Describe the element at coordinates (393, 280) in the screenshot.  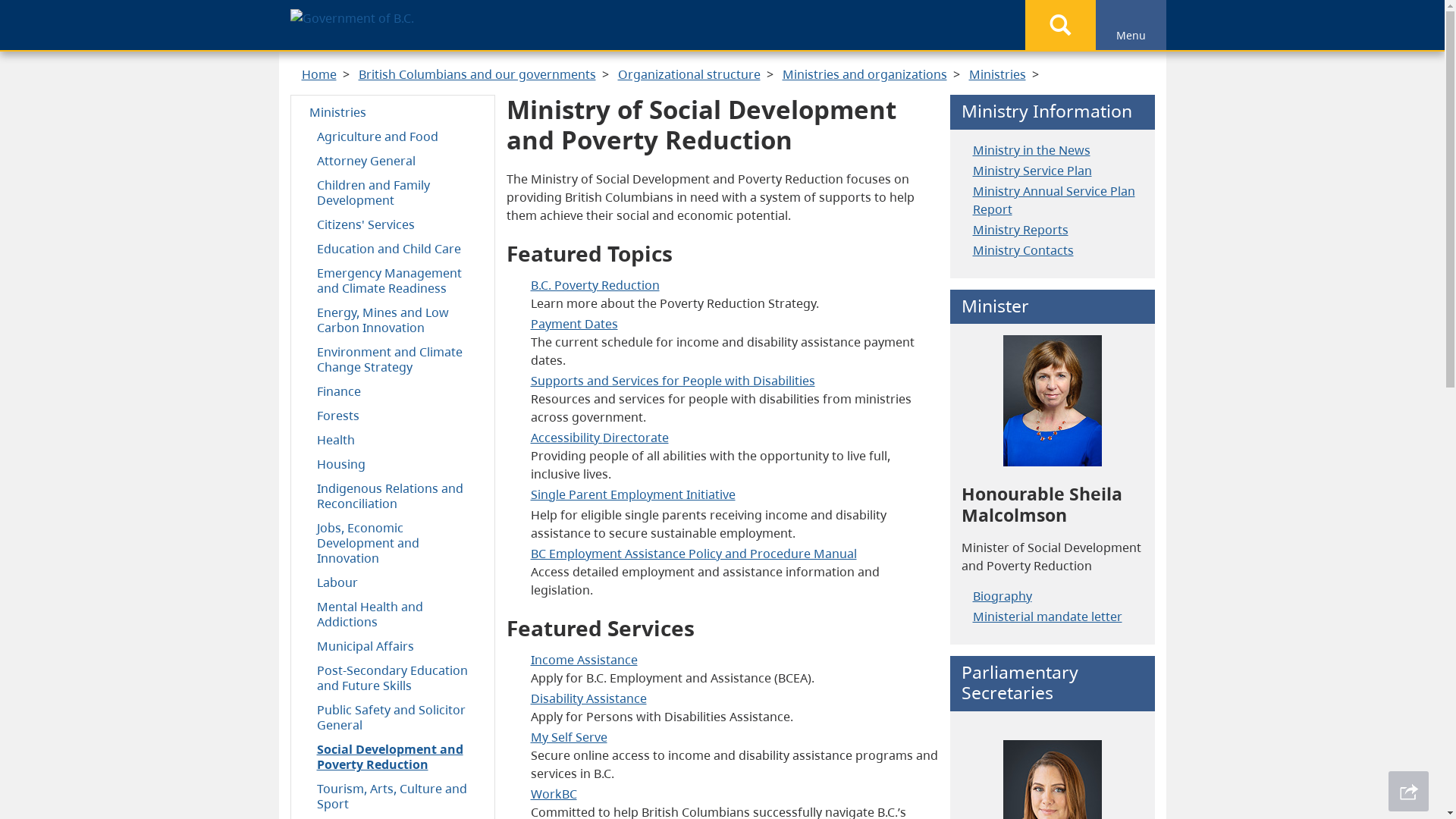
I see `'Emergency Management and Climate Readiness'` at that location.